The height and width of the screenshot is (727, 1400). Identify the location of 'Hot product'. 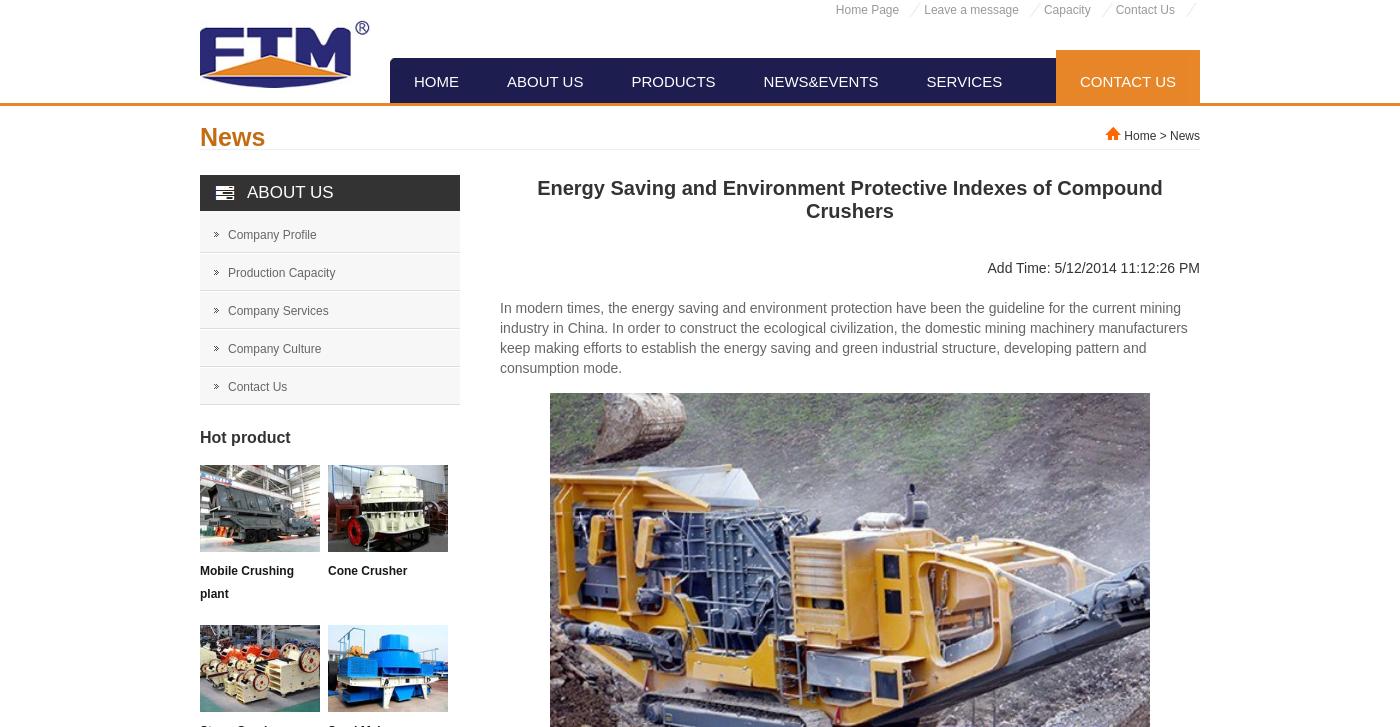
(244, 436).